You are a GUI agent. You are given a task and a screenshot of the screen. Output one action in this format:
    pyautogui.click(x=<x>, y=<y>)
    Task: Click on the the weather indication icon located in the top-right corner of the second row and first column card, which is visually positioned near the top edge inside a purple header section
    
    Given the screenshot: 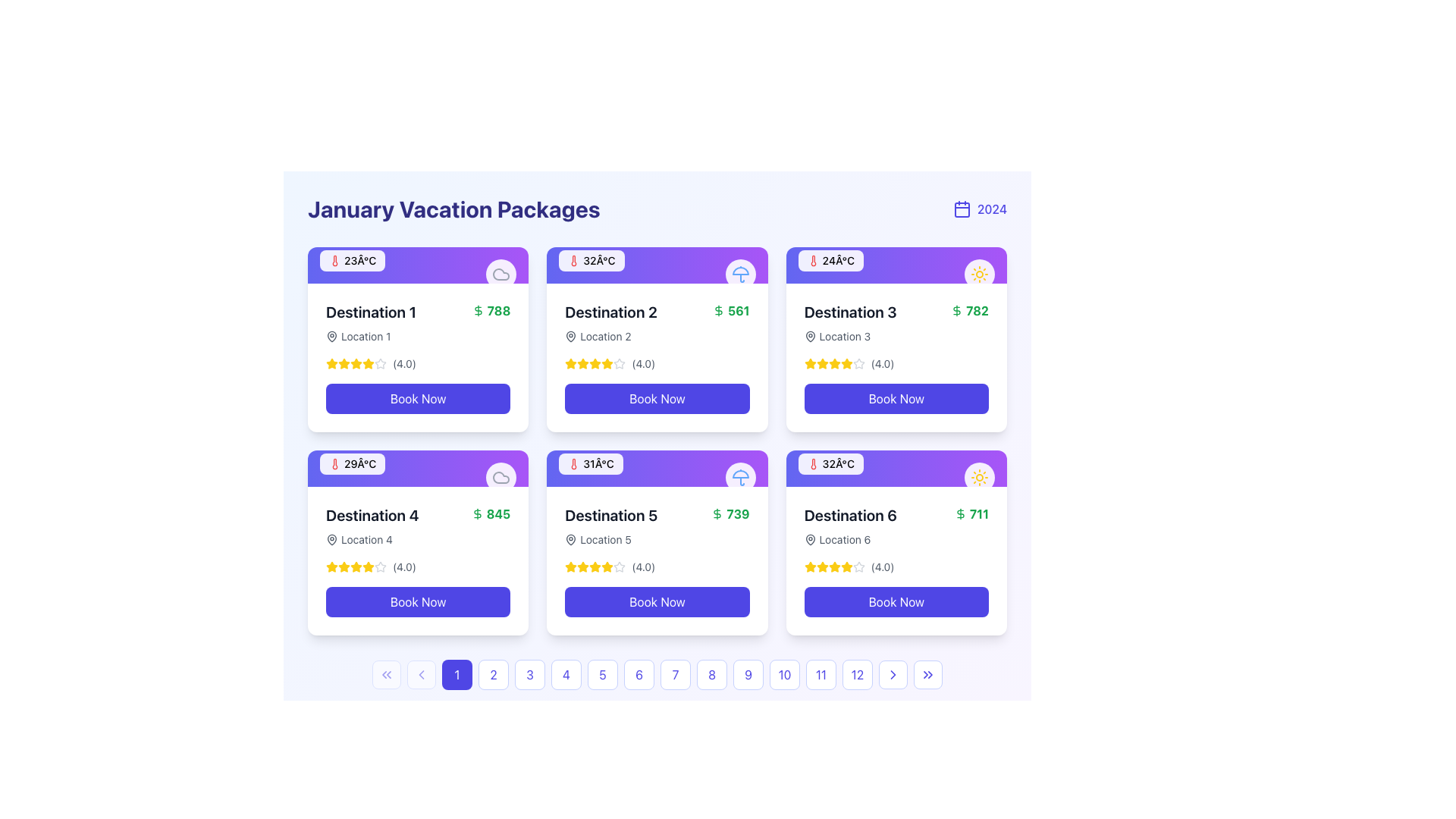 What is the action you would take?
    pyautogui.click(x=501, y=476)
    